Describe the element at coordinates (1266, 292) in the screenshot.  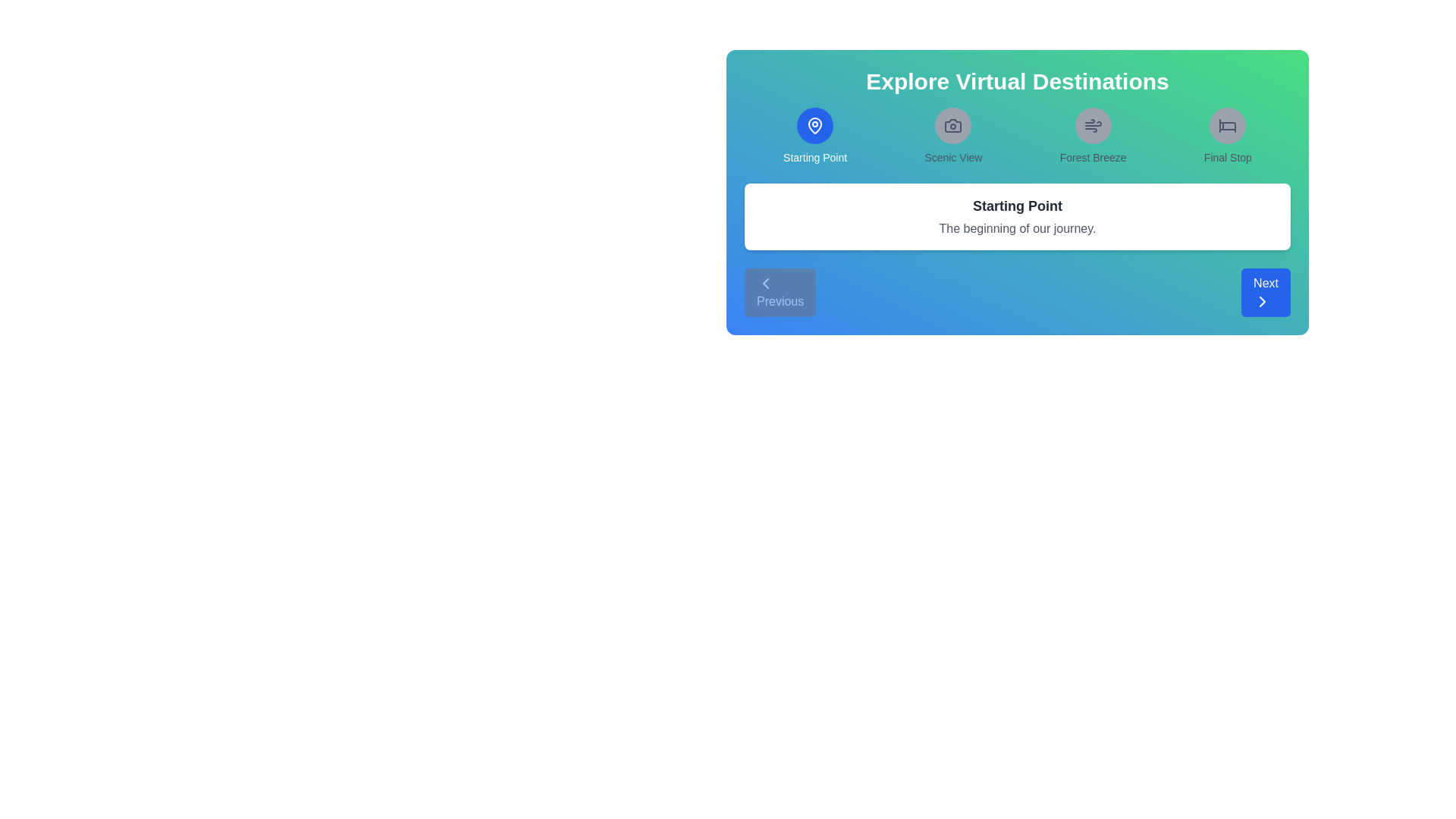
I see `the 'Next' button to navigate to the next location` at that location.